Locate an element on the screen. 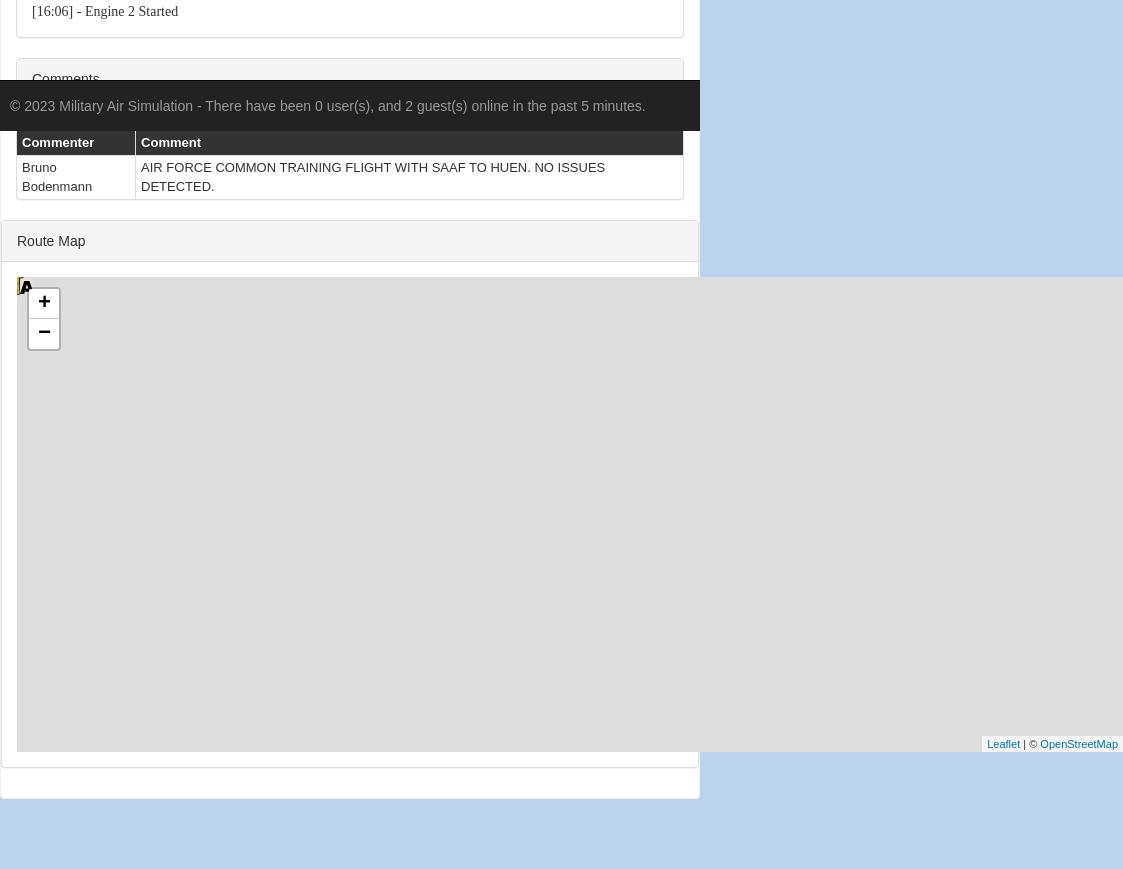 The width and height of the screenshot is (1123, 869). 'Route Map' is located at coordinates (49, 239).